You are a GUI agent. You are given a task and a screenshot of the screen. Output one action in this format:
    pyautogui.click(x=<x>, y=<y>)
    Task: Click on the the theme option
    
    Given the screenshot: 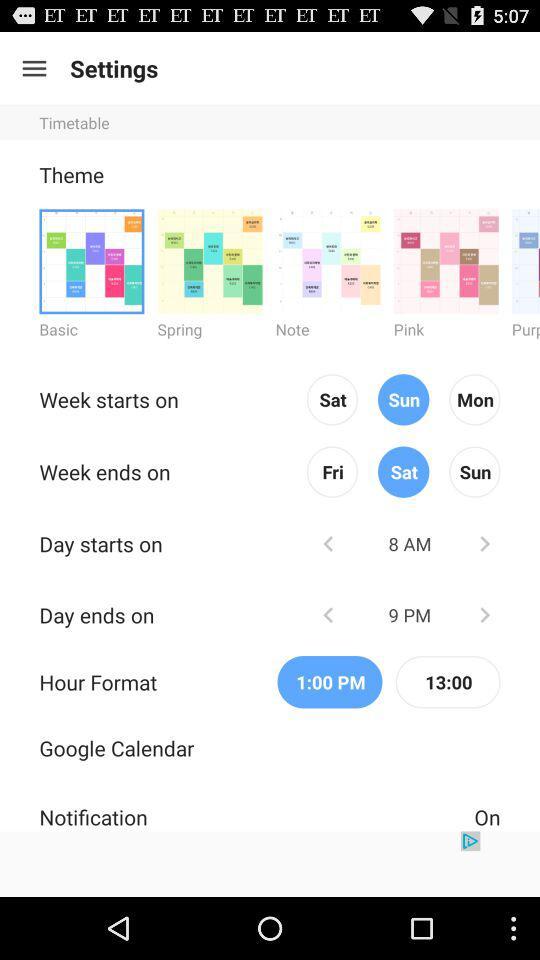 What is the action you would take?
    pyautogui.click(x=90, y=260)
    